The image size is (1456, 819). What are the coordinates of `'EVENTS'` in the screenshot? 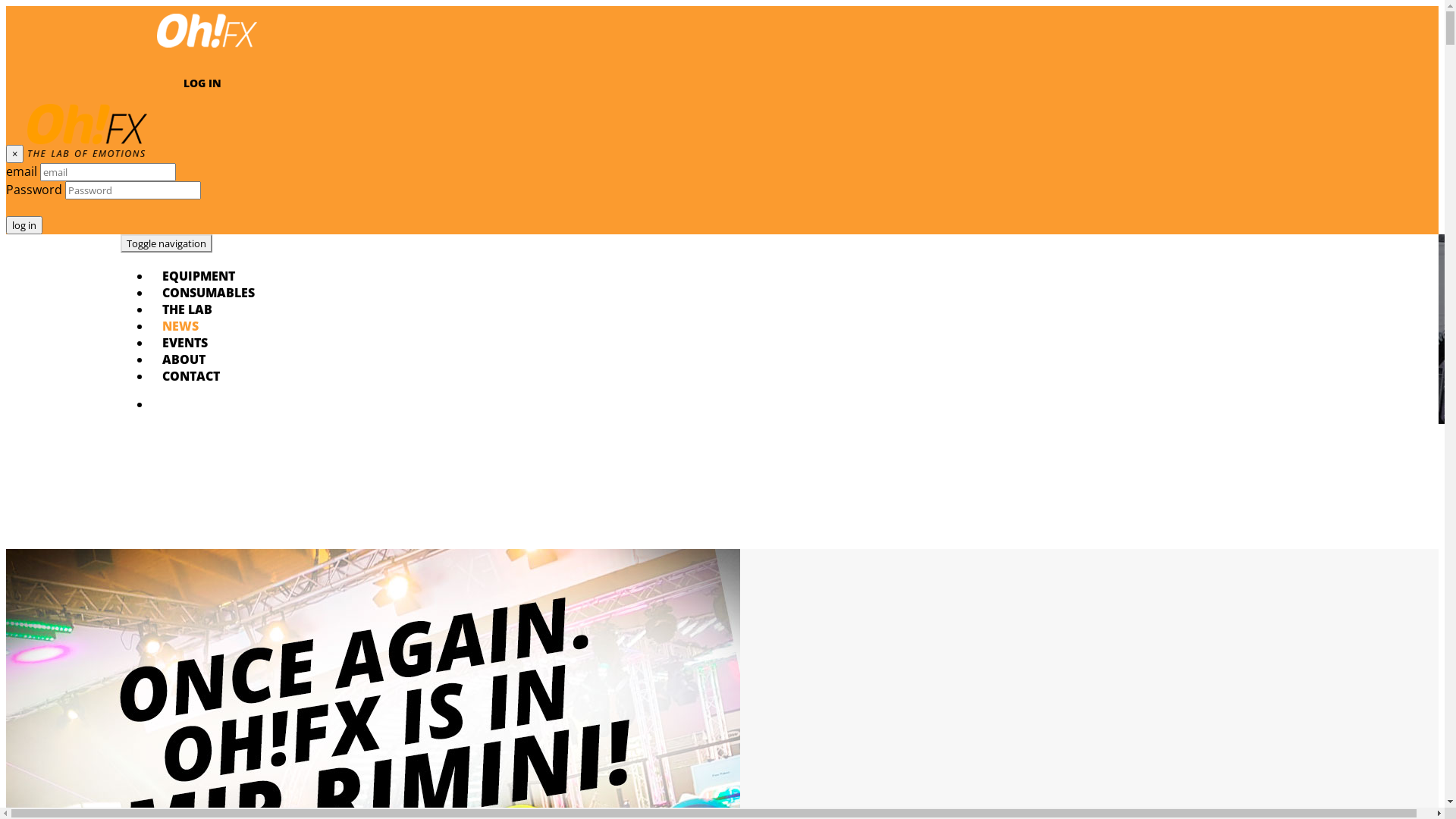 It's located at (184, 342).